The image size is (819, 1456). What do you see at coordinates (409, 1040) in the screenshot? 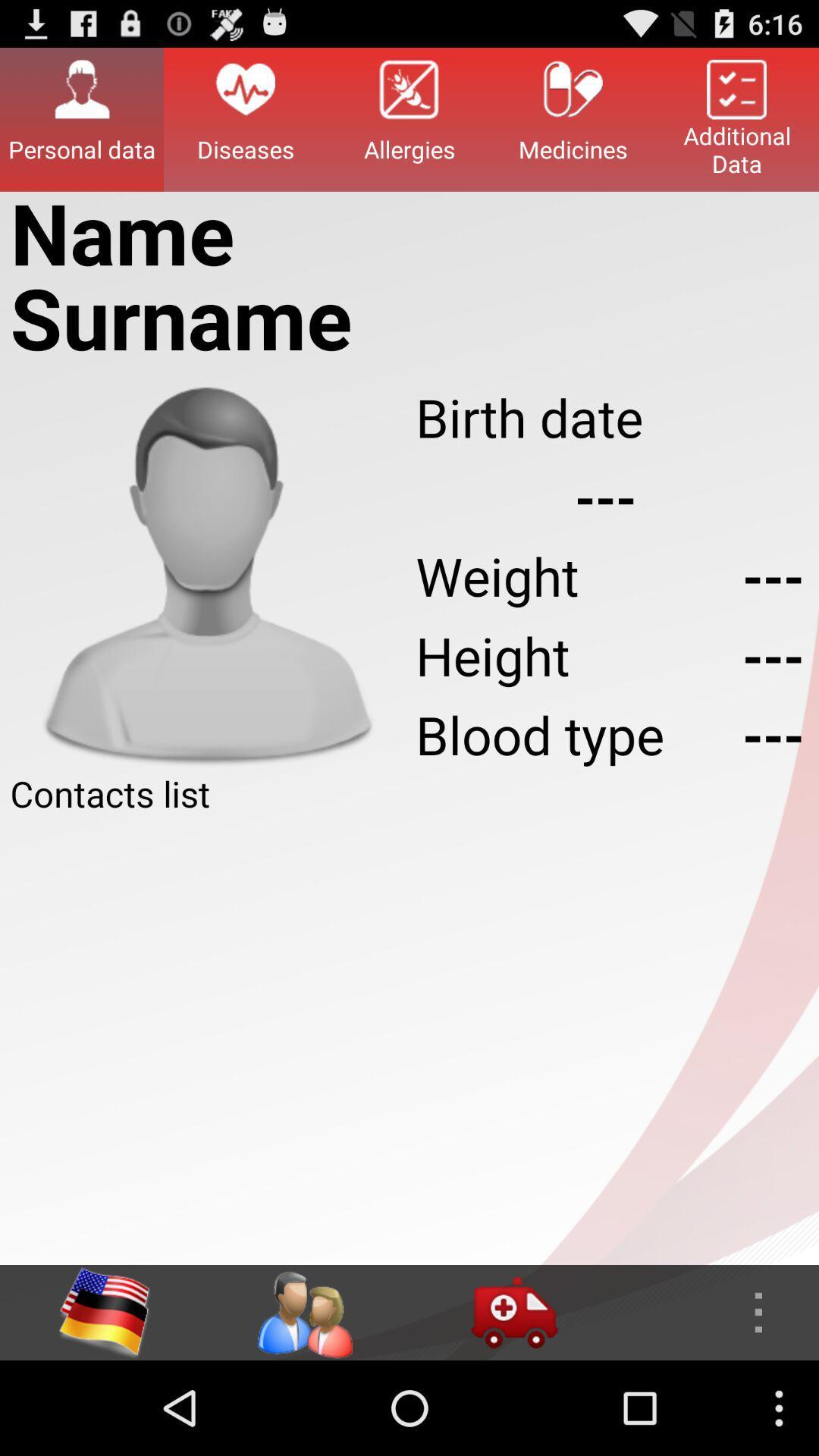
I see `contacts names savings` at bounding box center [409, 1040].